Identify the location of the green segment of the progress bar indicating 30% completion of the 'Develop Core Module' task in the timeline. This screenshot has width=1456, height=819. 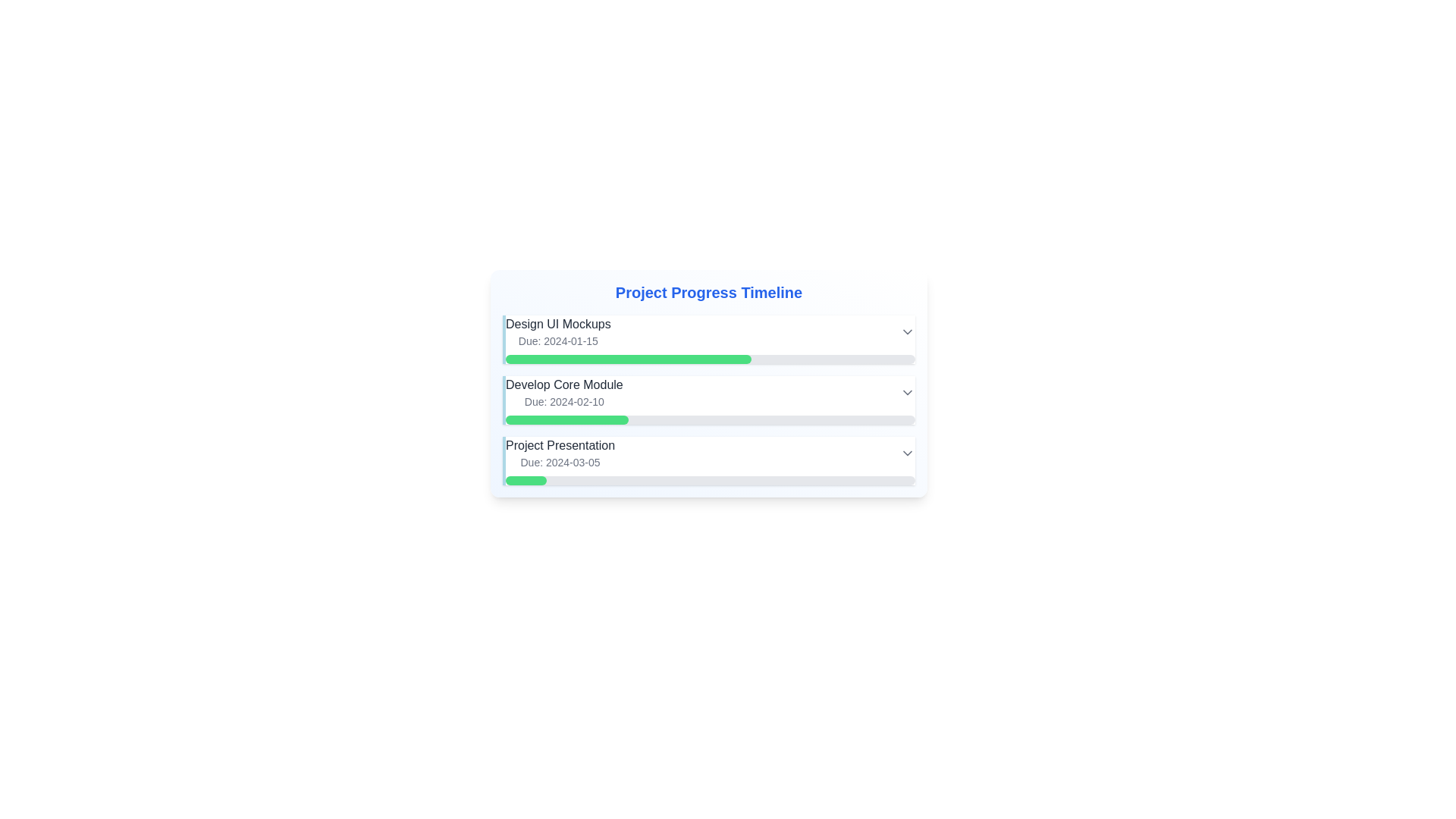
(566, 420).